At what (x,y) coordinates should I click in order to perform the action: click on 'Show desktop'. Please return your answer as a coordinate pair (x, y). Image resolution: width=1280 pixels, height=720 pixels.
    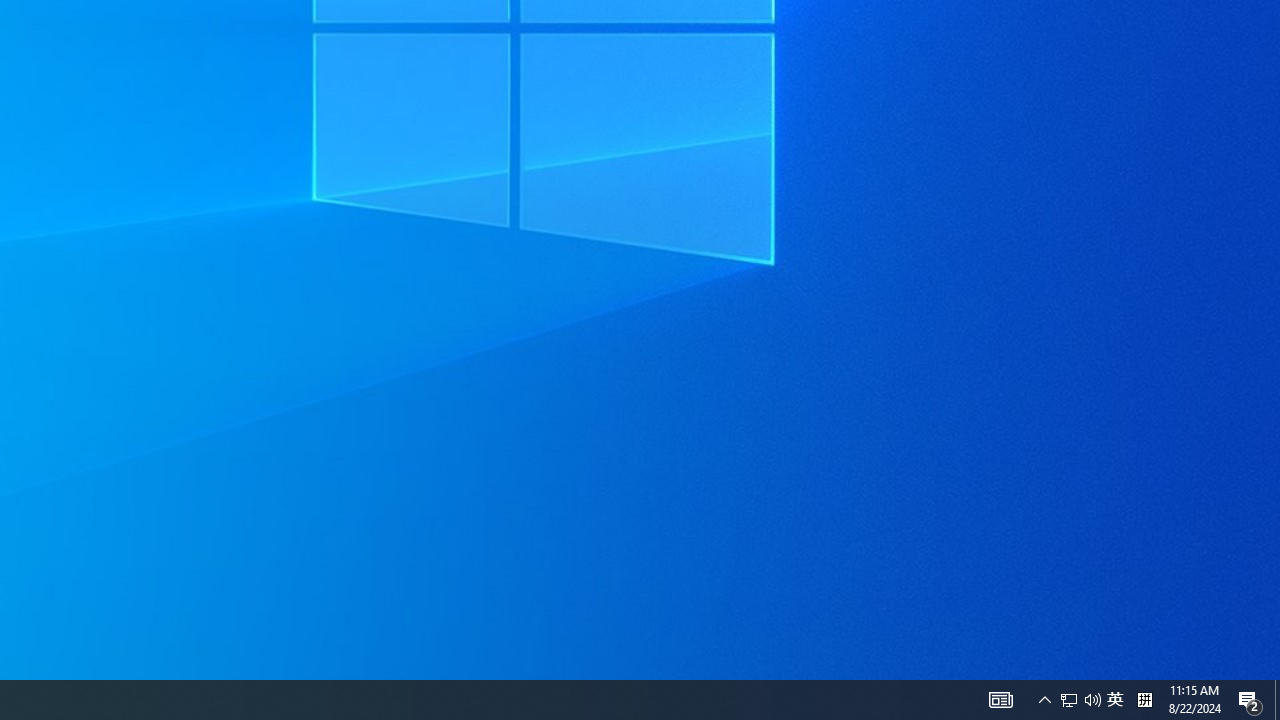
    Looking at the image, I should click on (1276, 698).